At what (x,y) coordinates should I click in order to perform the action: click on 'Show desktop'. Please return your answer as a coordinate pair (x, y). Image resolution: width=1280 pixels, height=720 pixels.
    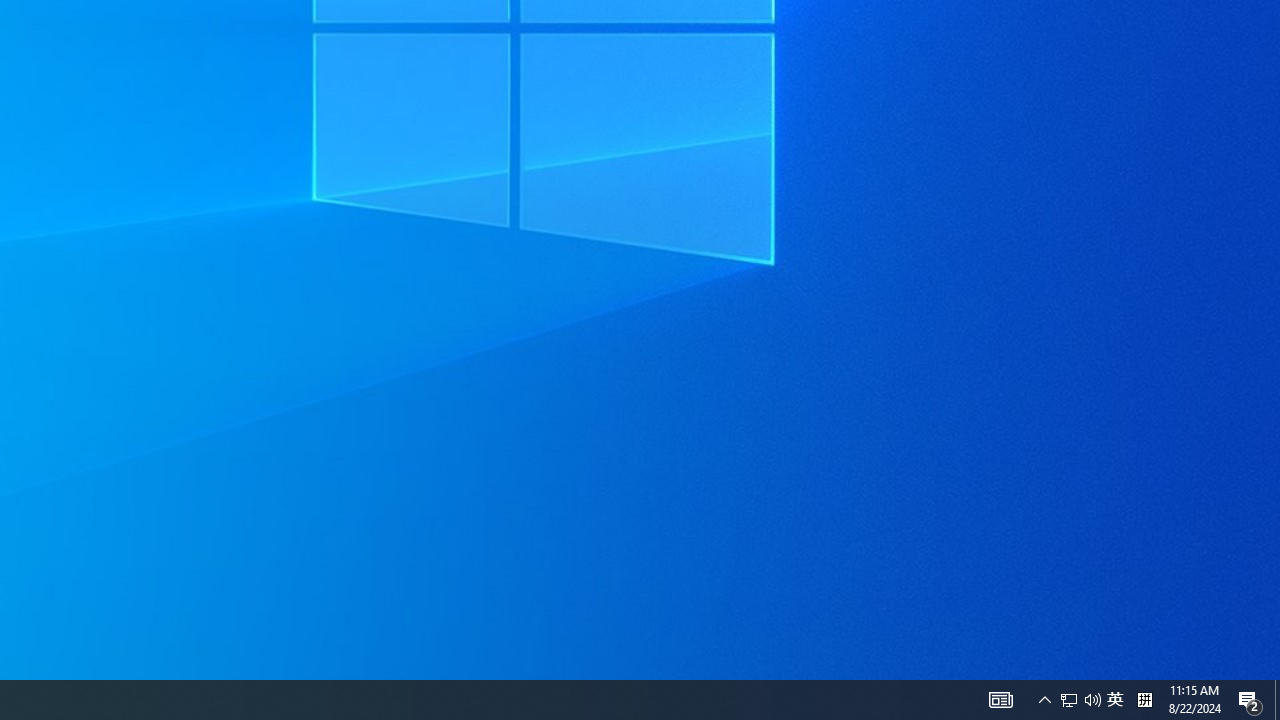
    Looking at the image, I should click on (1276, 698).